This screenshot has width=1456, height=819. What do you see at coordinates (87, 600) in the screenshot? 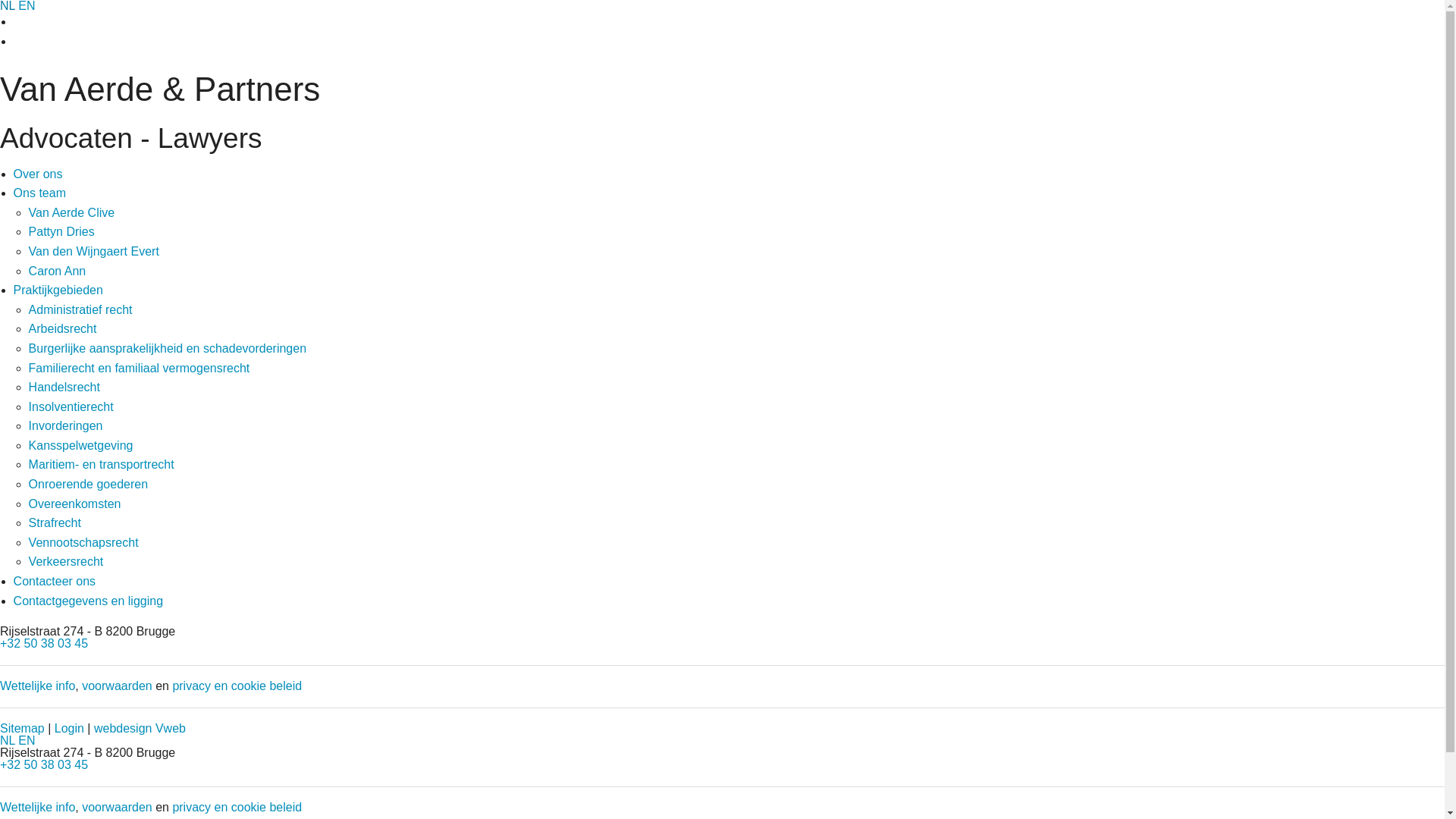
I see `'Contactgegevens en ligging'` at bounding box center [87, 600].